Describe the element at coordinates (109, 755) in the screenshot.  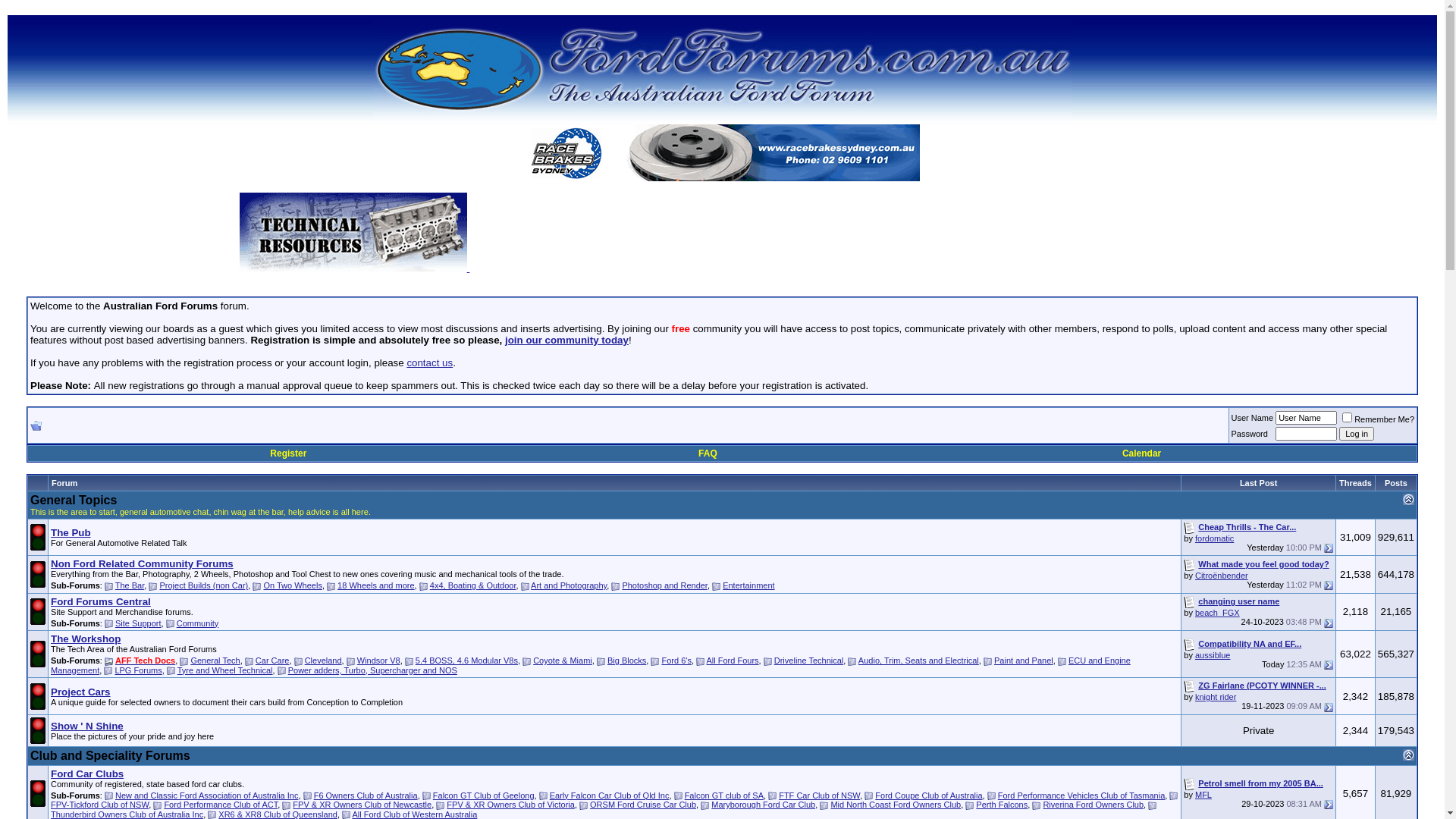
I see `'Club and Speciality Forums'` at that location.